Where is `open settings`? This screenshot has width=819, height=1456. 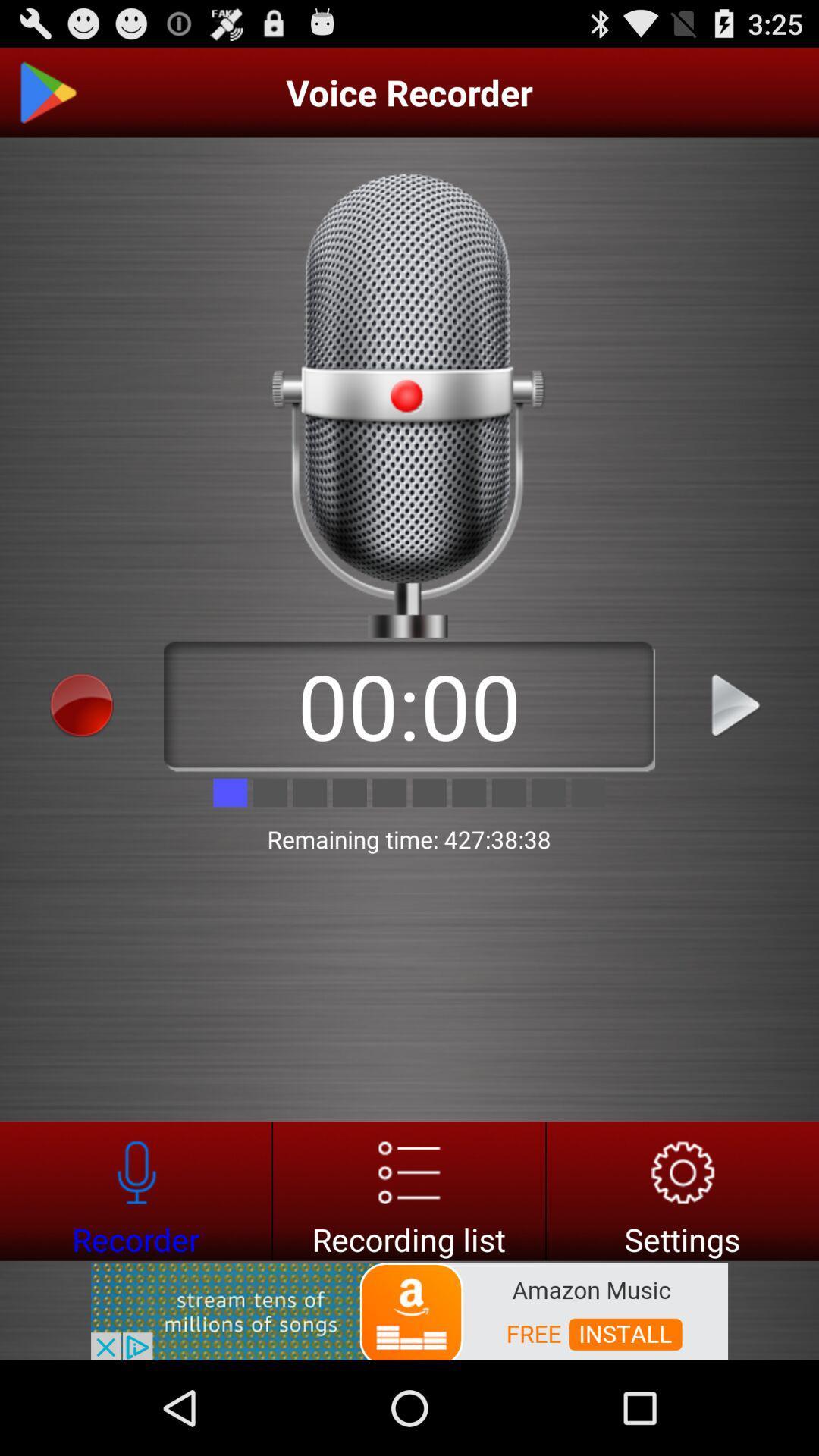 open settings is located at coordinates (682, 1190).